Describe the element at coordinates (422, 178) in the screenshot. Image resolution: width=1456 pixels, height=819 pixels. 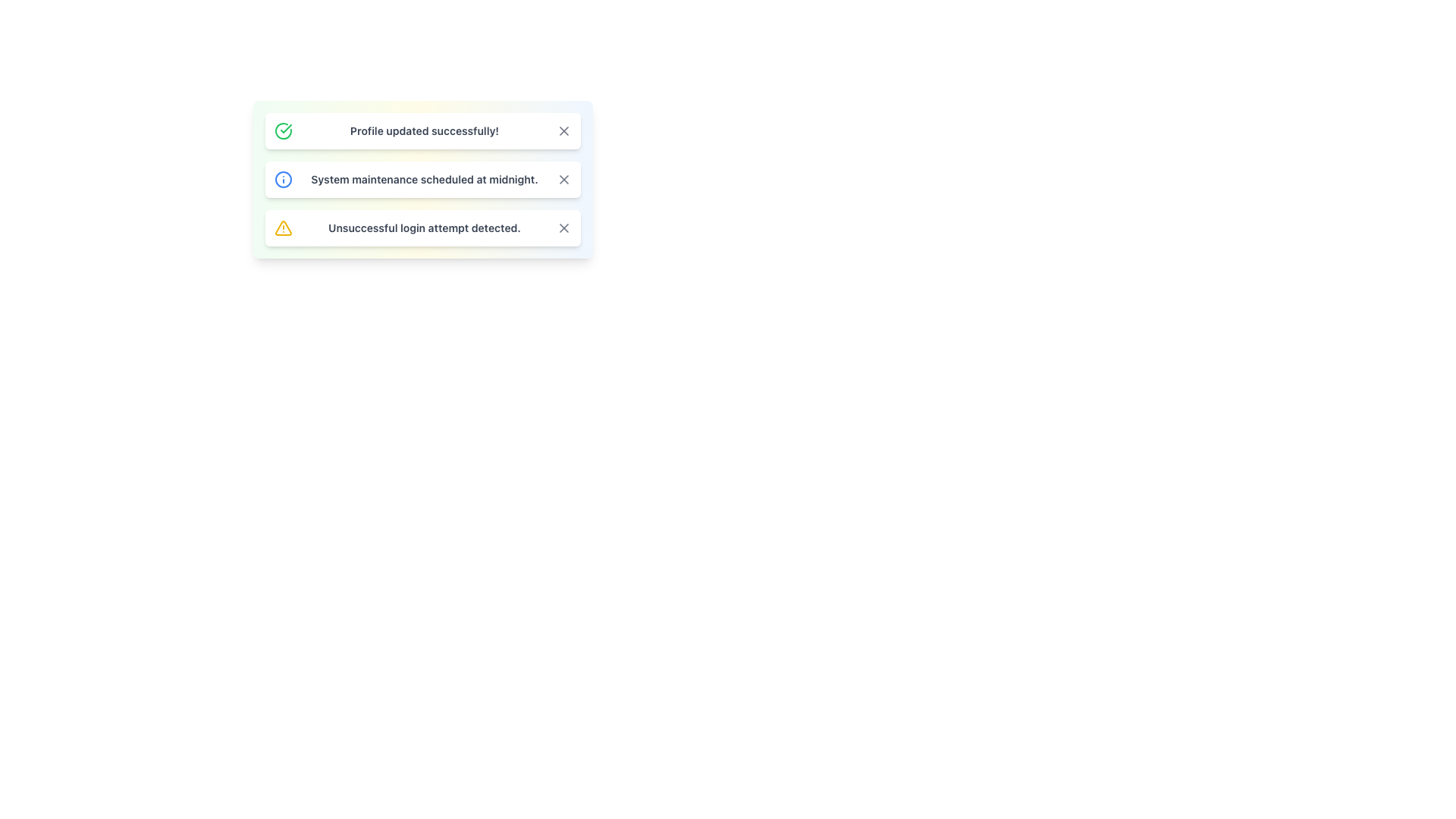
I see `text from the Notification block that informs users about system maintenance scheduled at midnight` at that location.